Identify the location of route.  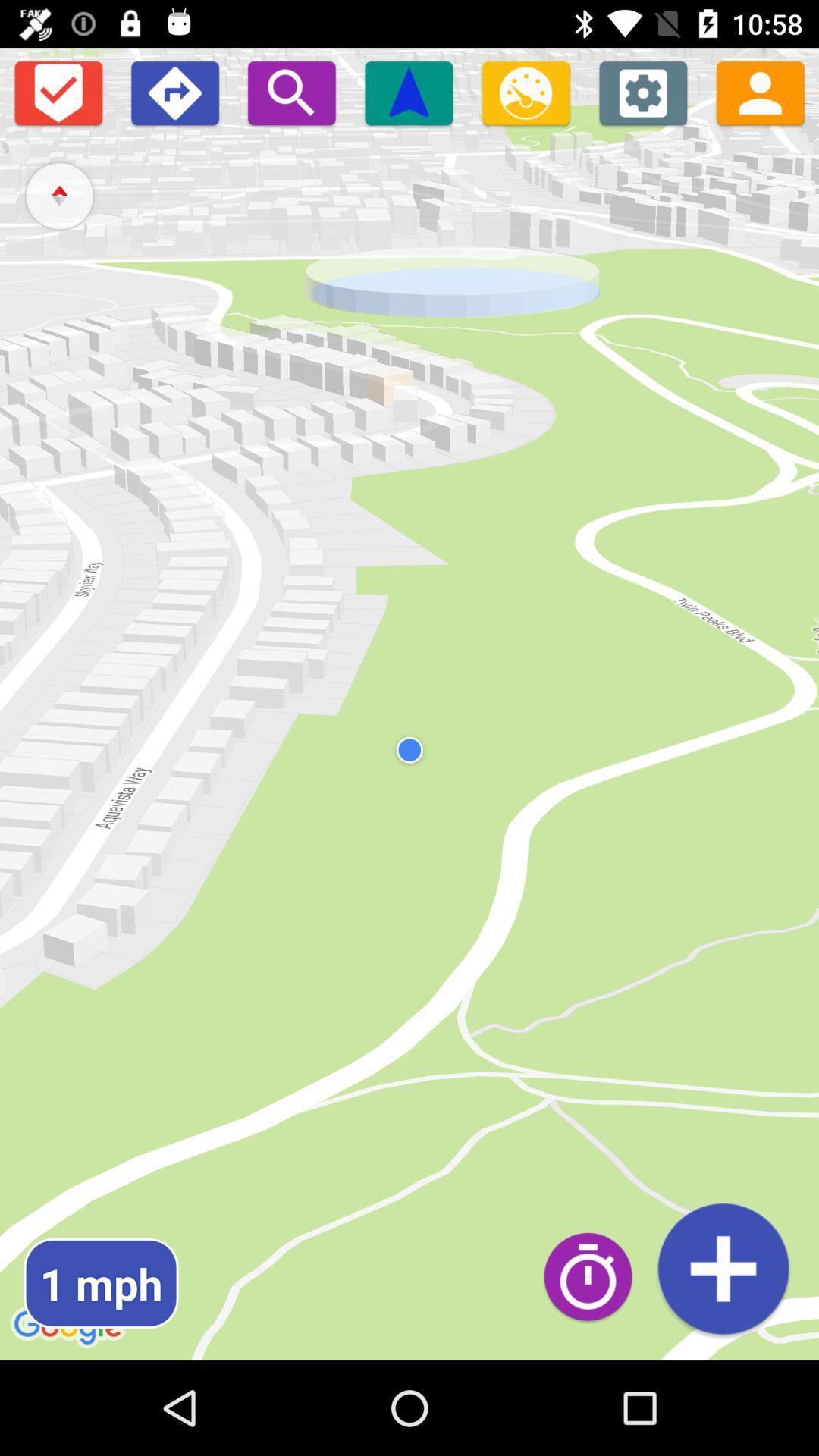
(722, 1269).